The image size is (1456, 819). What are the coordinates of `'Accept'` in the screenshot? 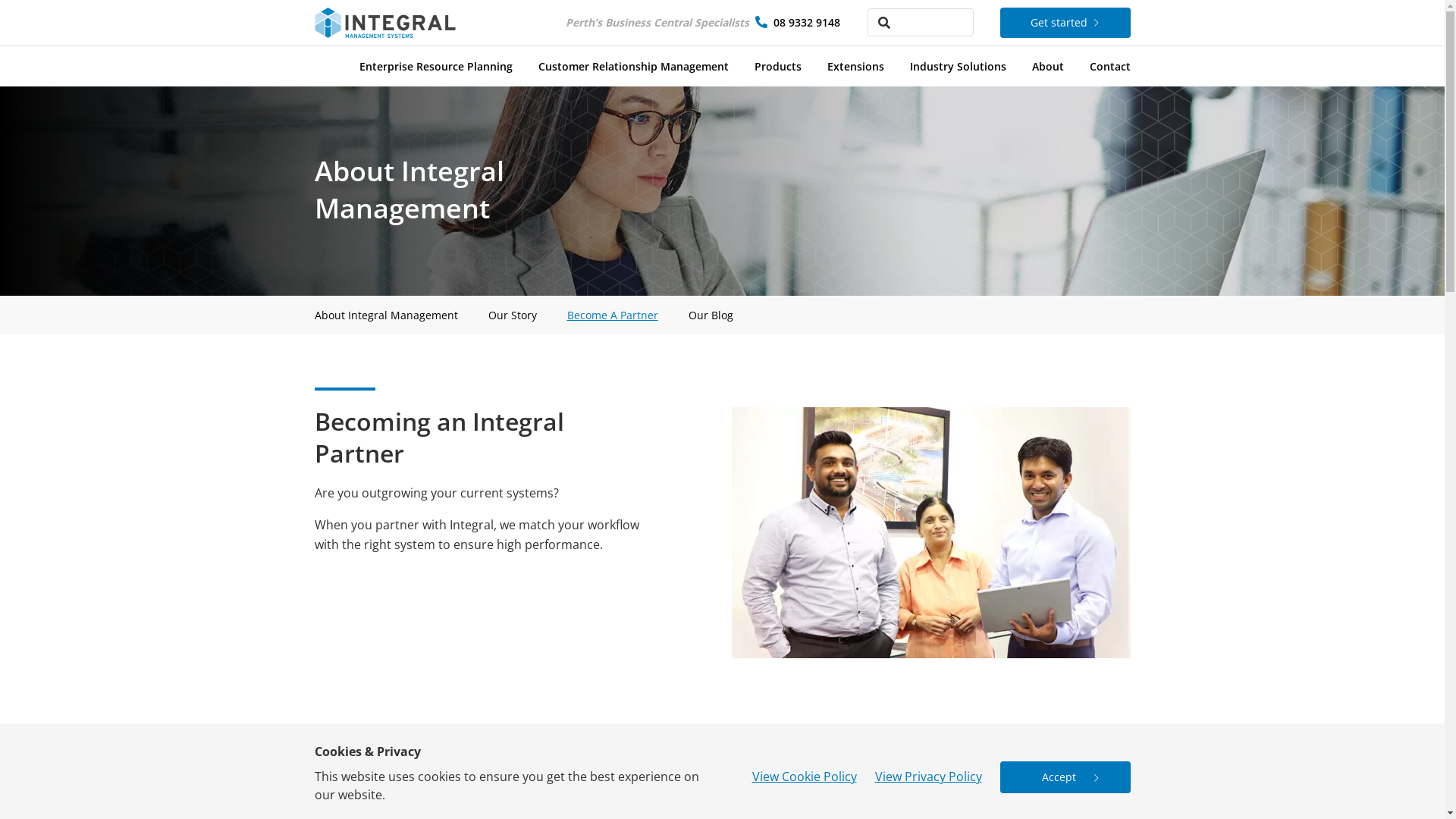 It's located at (1063, 777).